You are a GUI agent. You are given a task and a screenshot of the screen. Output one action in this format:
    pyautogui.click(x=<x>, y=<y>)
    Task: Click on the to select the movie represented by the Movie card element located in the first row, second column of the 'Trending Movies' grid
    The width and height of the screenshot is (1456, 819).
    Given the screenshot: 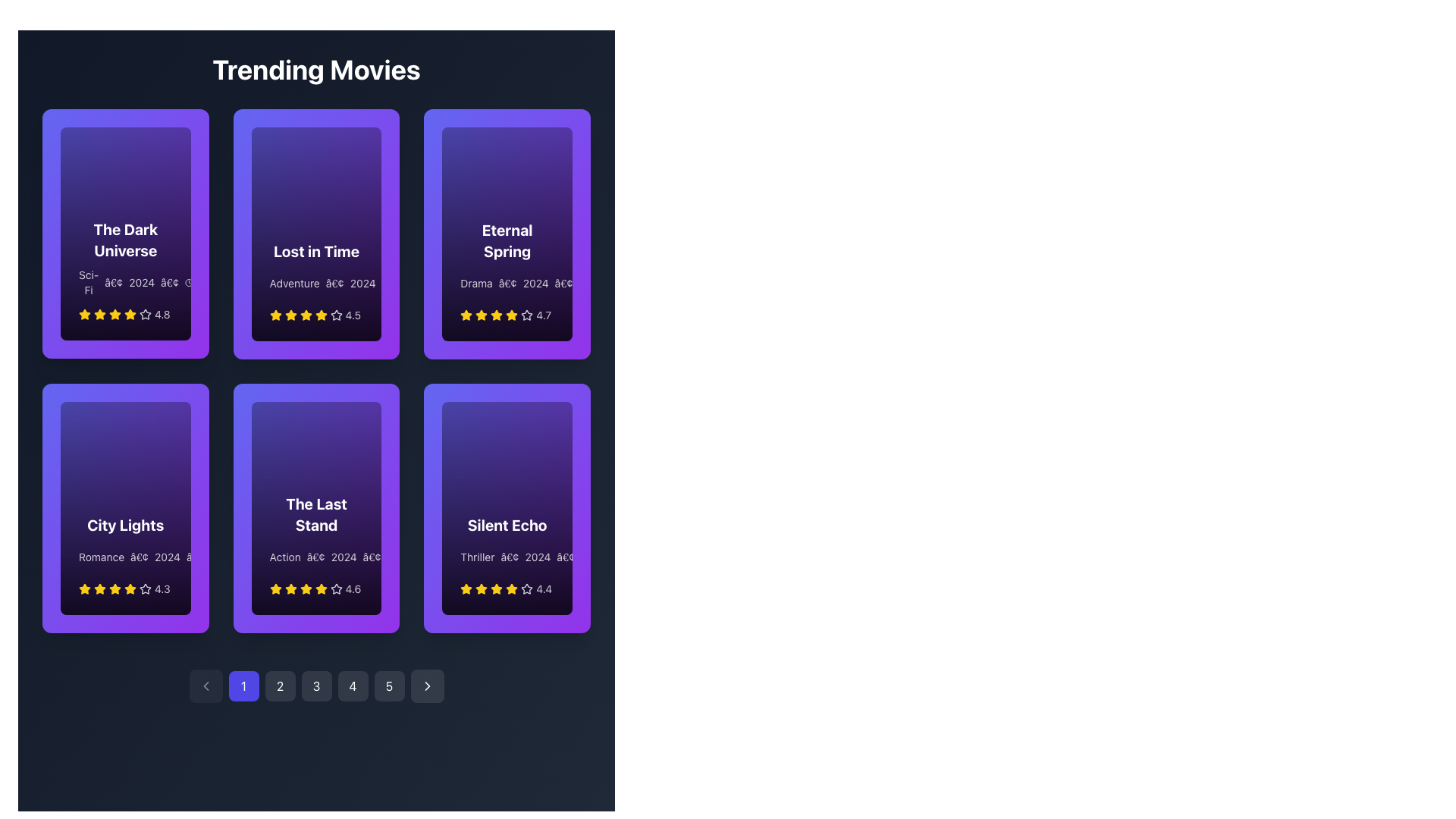 What is the action you would take?
    pyautogui.click(x=315, y=234)
    